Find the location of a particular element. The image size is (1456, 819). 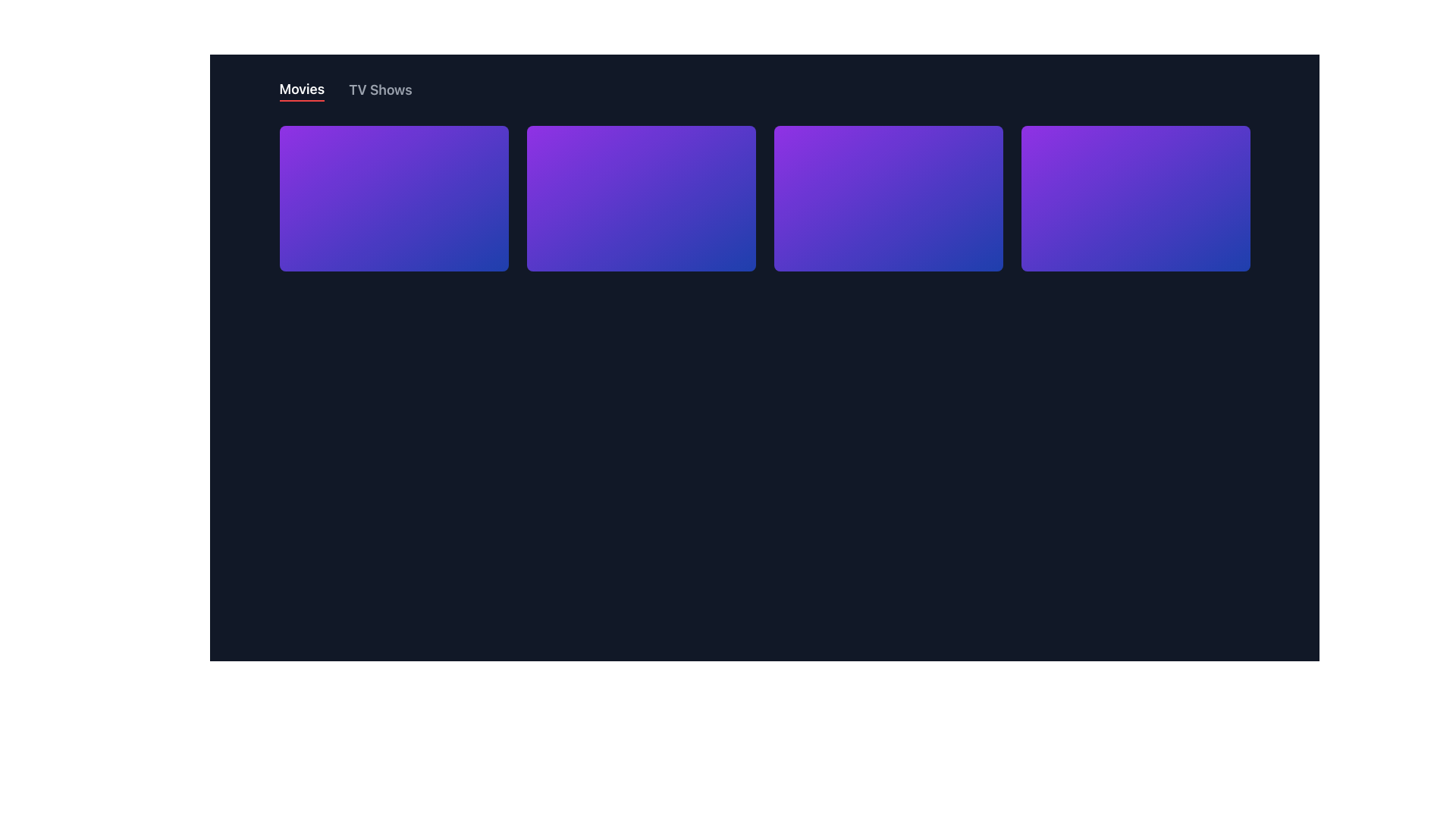

on the Card with vibrant gradient transitioning from purple is located at coordinates (641, 222).